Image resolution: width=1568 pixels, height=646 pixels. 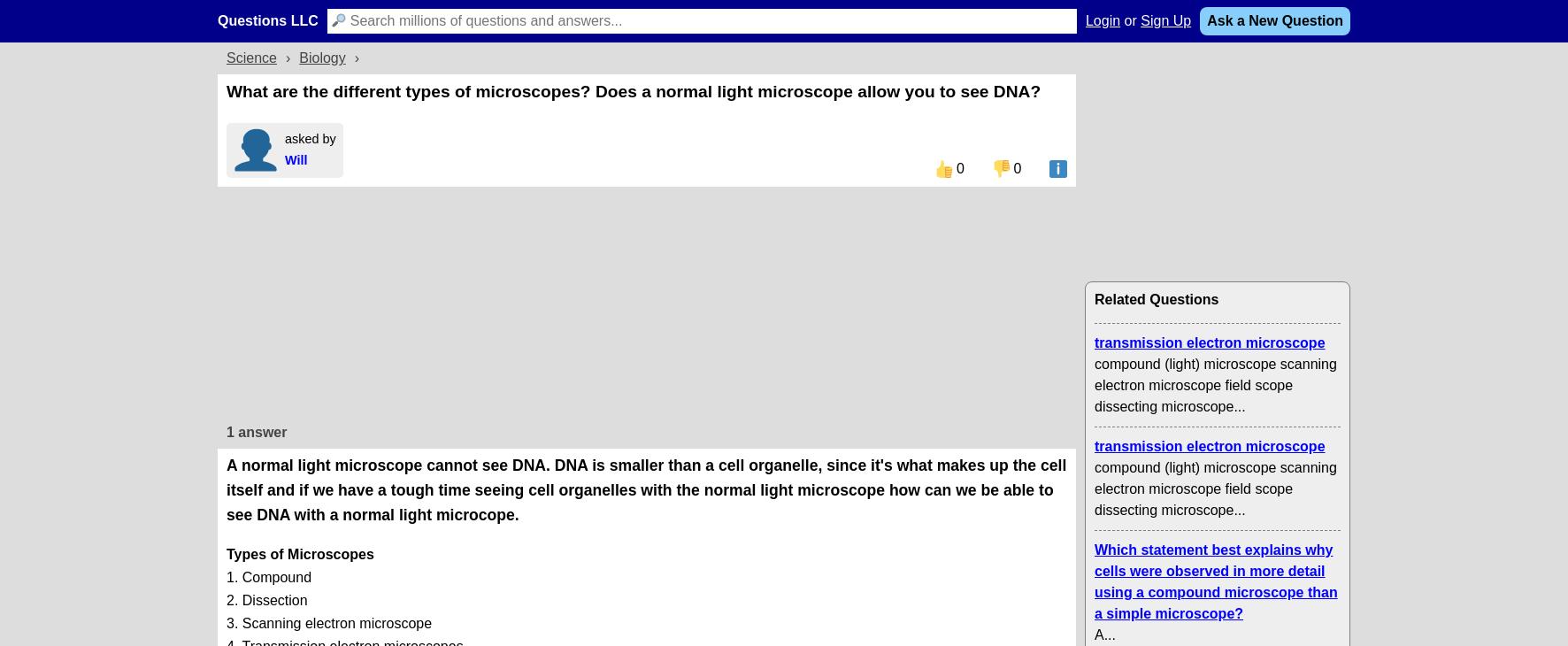 What do you see at coordinates (266, 19) in the screenshot?
I see `'Questions LLC'` at bounding box center [266, 19].